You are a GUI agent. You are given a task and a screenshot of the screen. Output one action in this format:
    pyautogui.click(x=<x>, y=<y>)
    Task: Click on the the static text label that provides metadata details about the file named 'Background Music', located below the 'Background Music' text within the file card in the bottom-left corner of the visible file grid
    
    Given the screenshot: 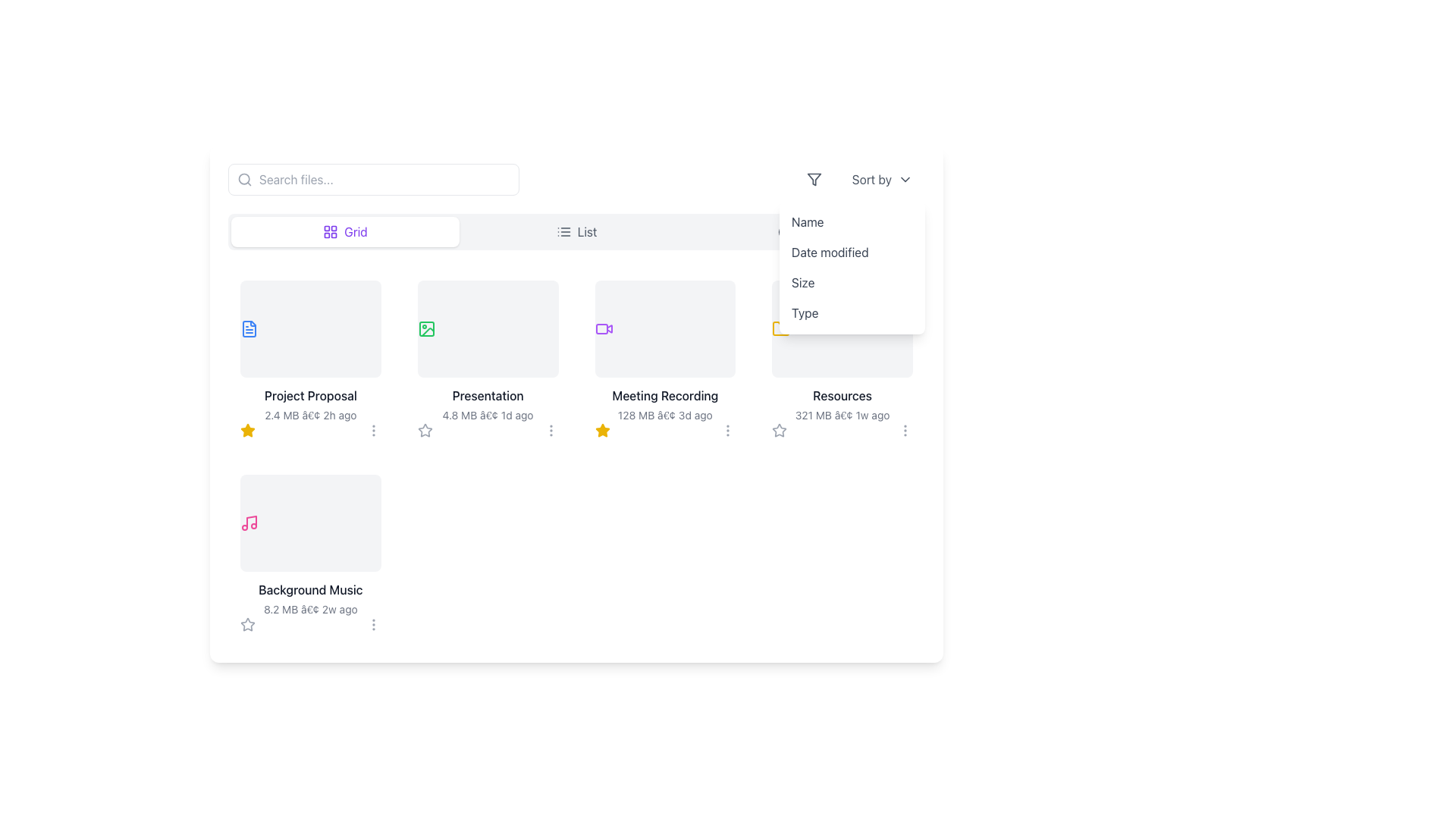 What is the action you would take?
    pyautogui.click(x=309, y=608)
    